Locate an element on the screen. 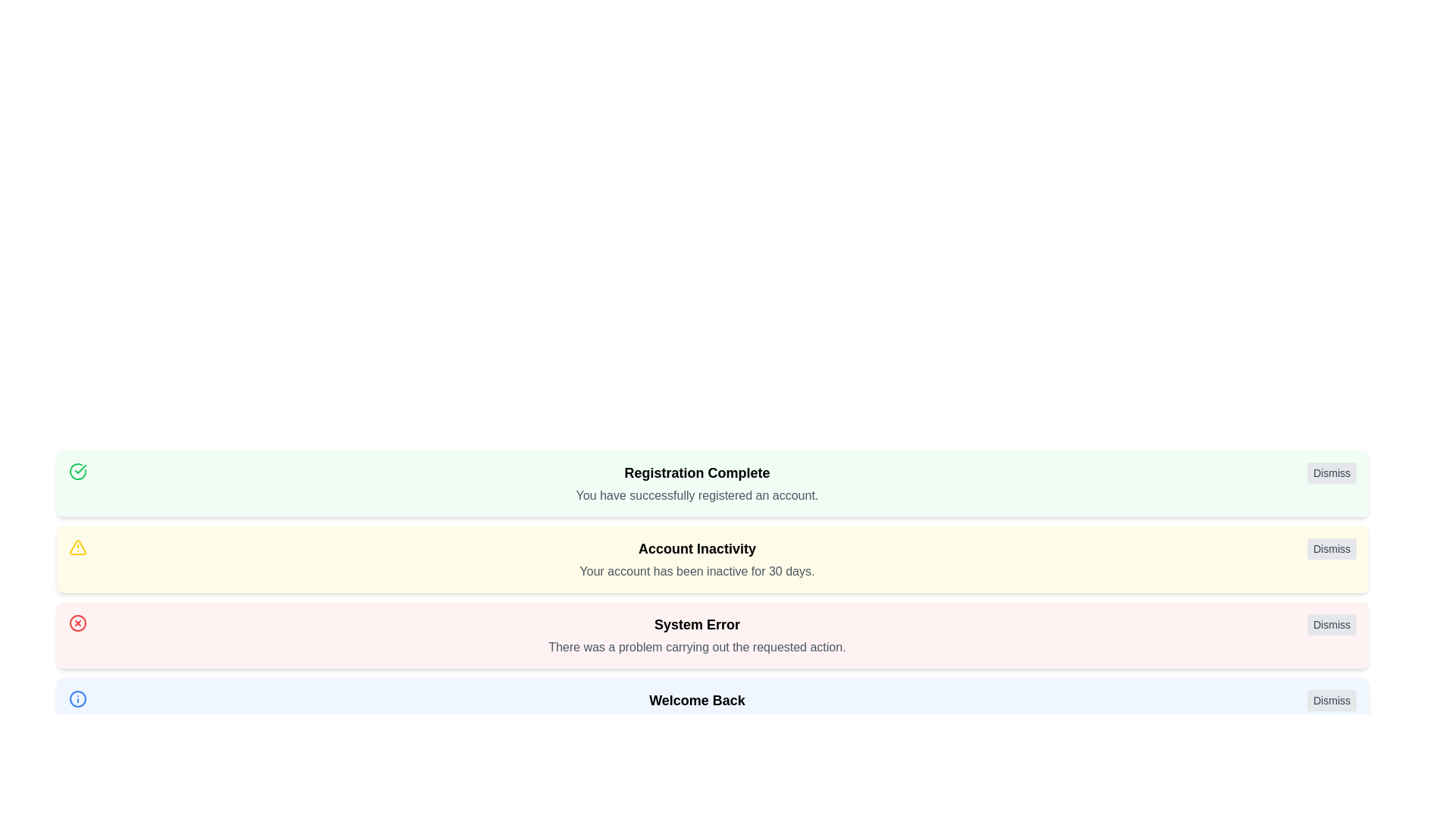  the 'Dismiss' button, which is a rectangular button with a light gray background and rounded corners, located at the far right of the 'System Error' message box is located at coordinates (1331, 625).